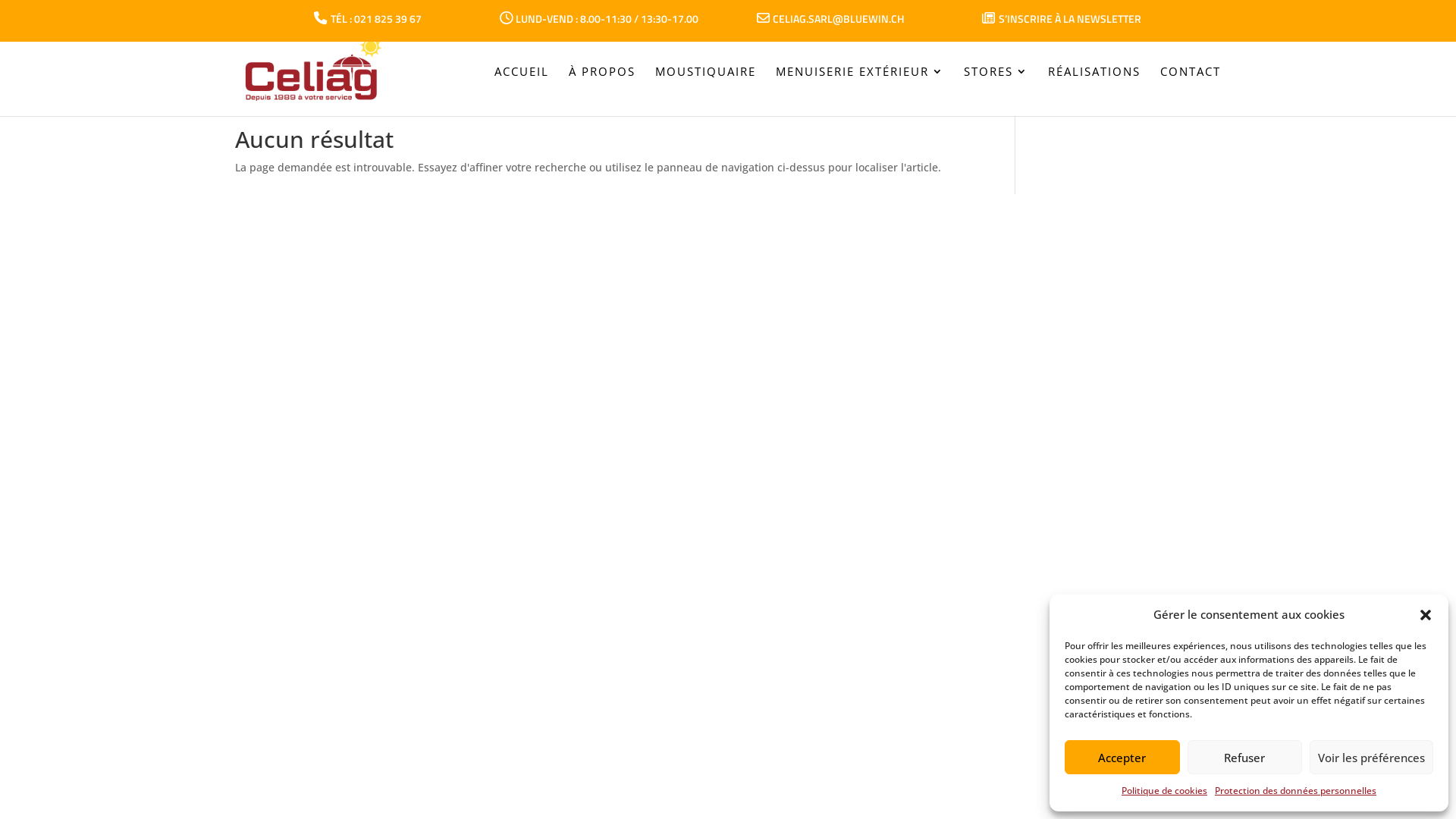 The image size is (1456, 819). Describe the element at coordinates (1121, 789) in the screenshot. I see `'Politique de cookies'` at that location.